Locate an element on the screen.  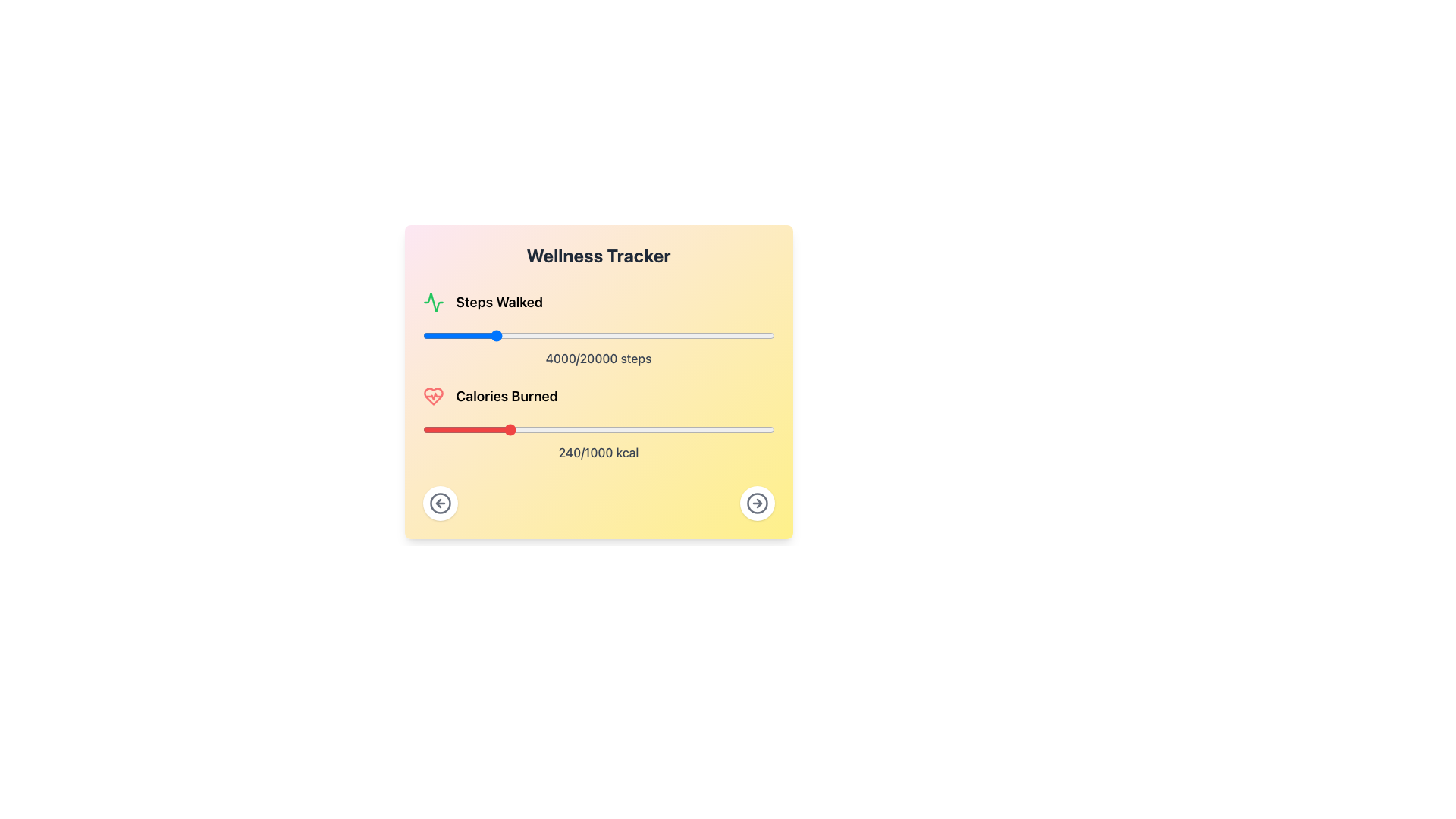
the inner circle of the left-arrow icon located in the bottom-left corner of the wellness tracker card interface is located at coordinates (439, 503).